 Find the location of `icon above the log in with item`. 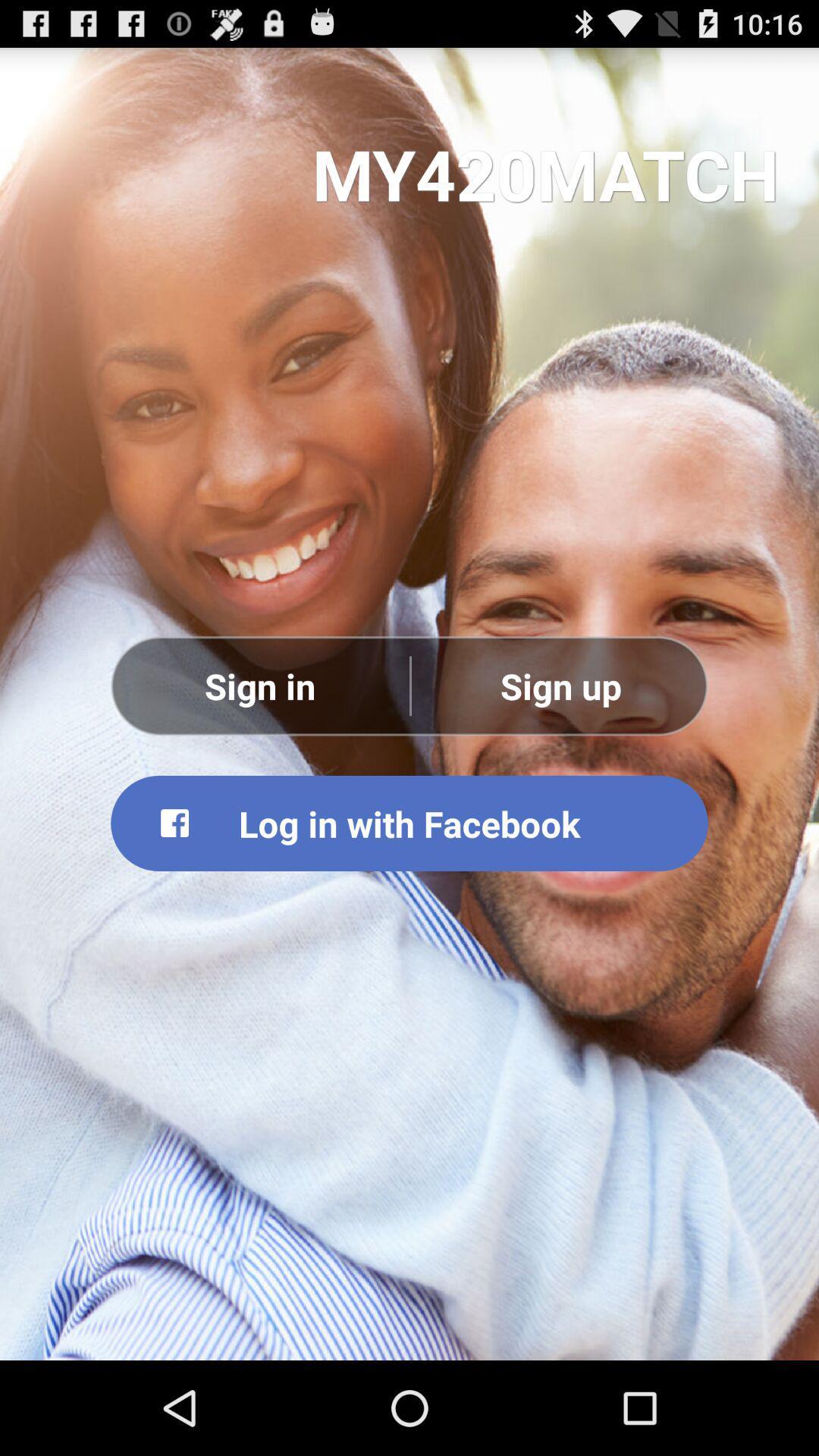

icon above the log in with item is located at coordinates (560, 685).